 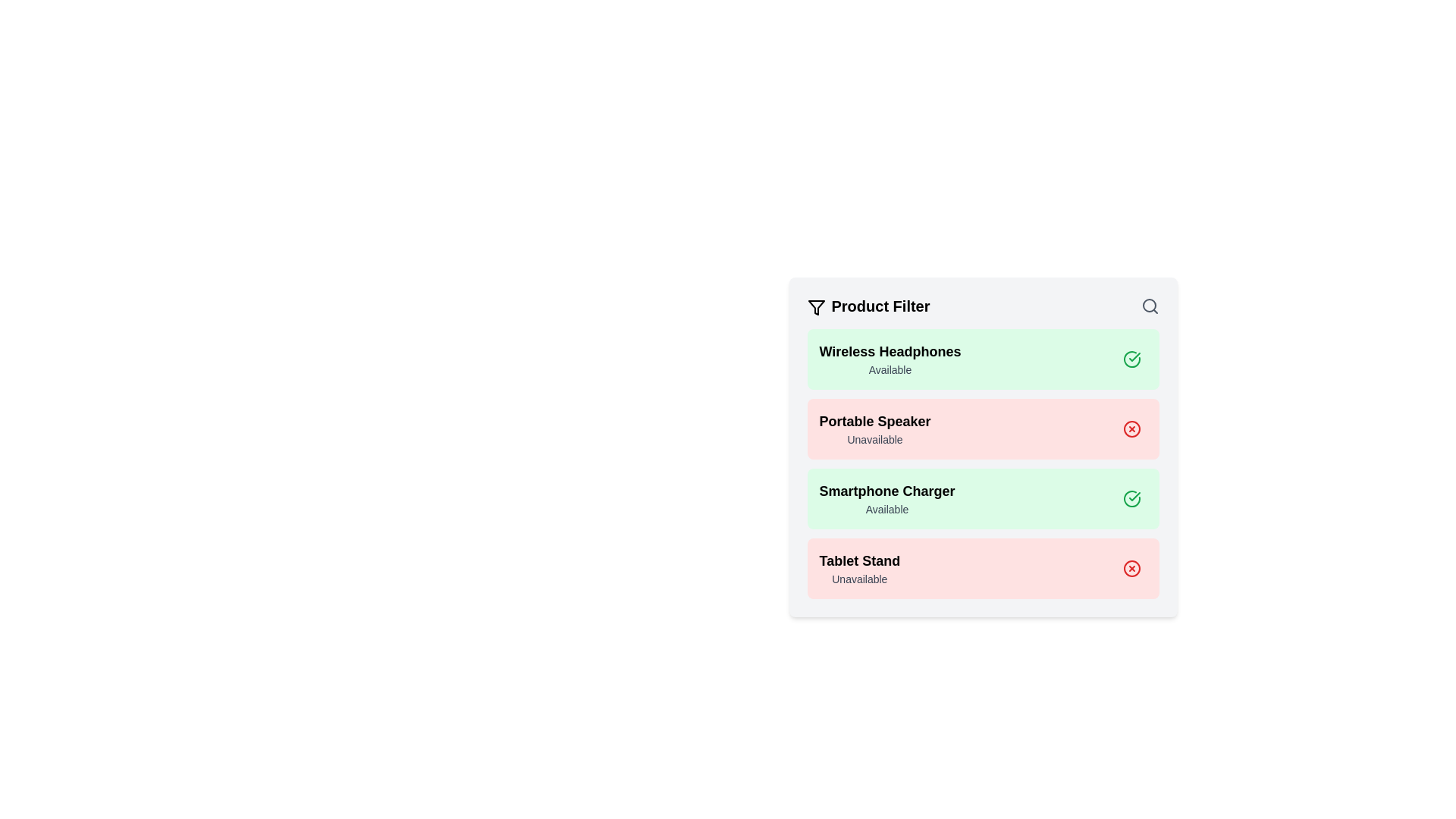 I want to click on the text label indicating 'Wireless Headphones', so click(x=890, y=351).